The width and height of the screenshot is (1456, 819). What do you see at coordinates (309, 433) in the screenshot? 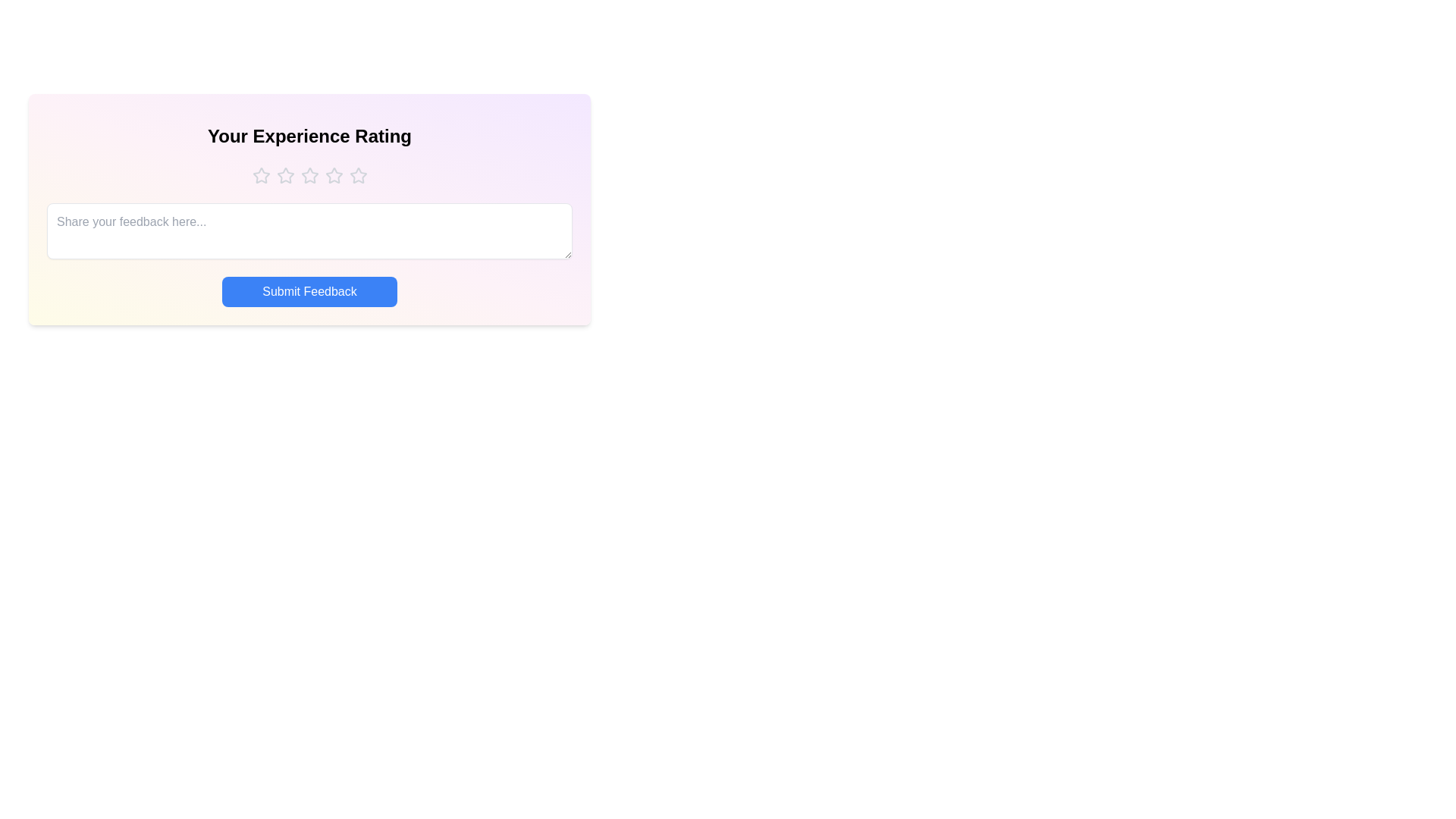
I see `the background area of the component to trigger an aesthetic effect` at bounding box center [309, 433].